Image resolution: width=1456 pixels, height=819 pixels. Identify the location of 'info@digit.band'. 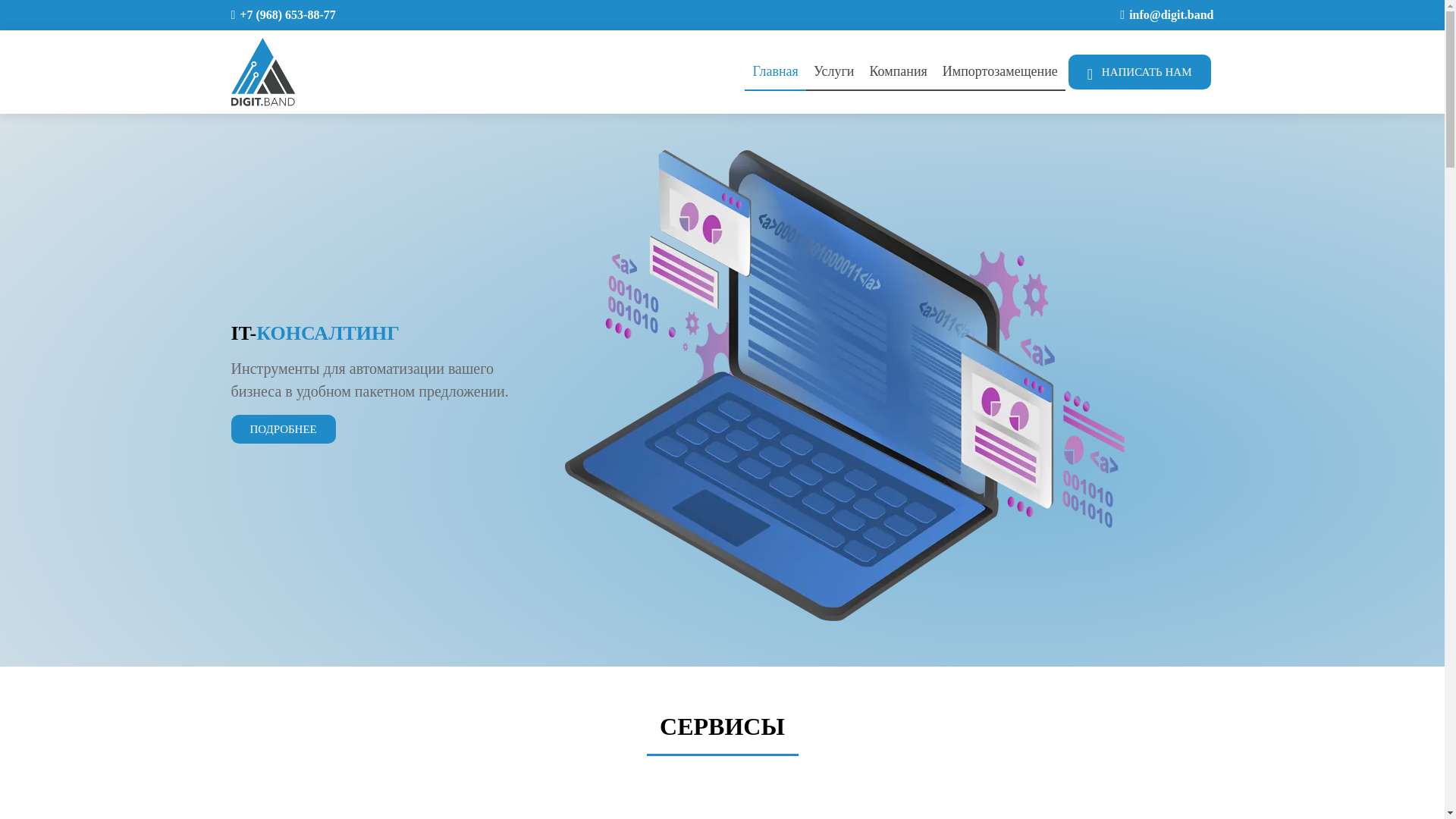
(1128, 14).